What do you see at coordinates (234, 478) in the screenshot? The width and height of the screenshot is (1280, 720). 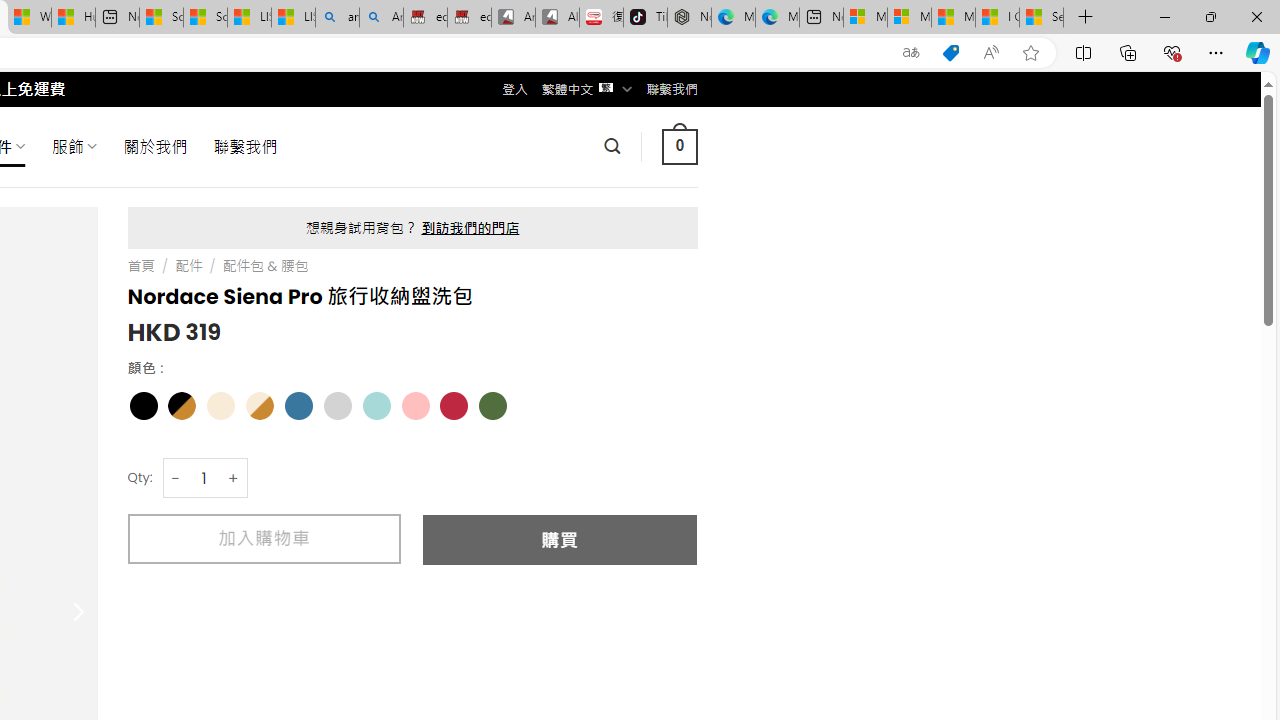 I see `'+'` at bounding box center [234, 478].